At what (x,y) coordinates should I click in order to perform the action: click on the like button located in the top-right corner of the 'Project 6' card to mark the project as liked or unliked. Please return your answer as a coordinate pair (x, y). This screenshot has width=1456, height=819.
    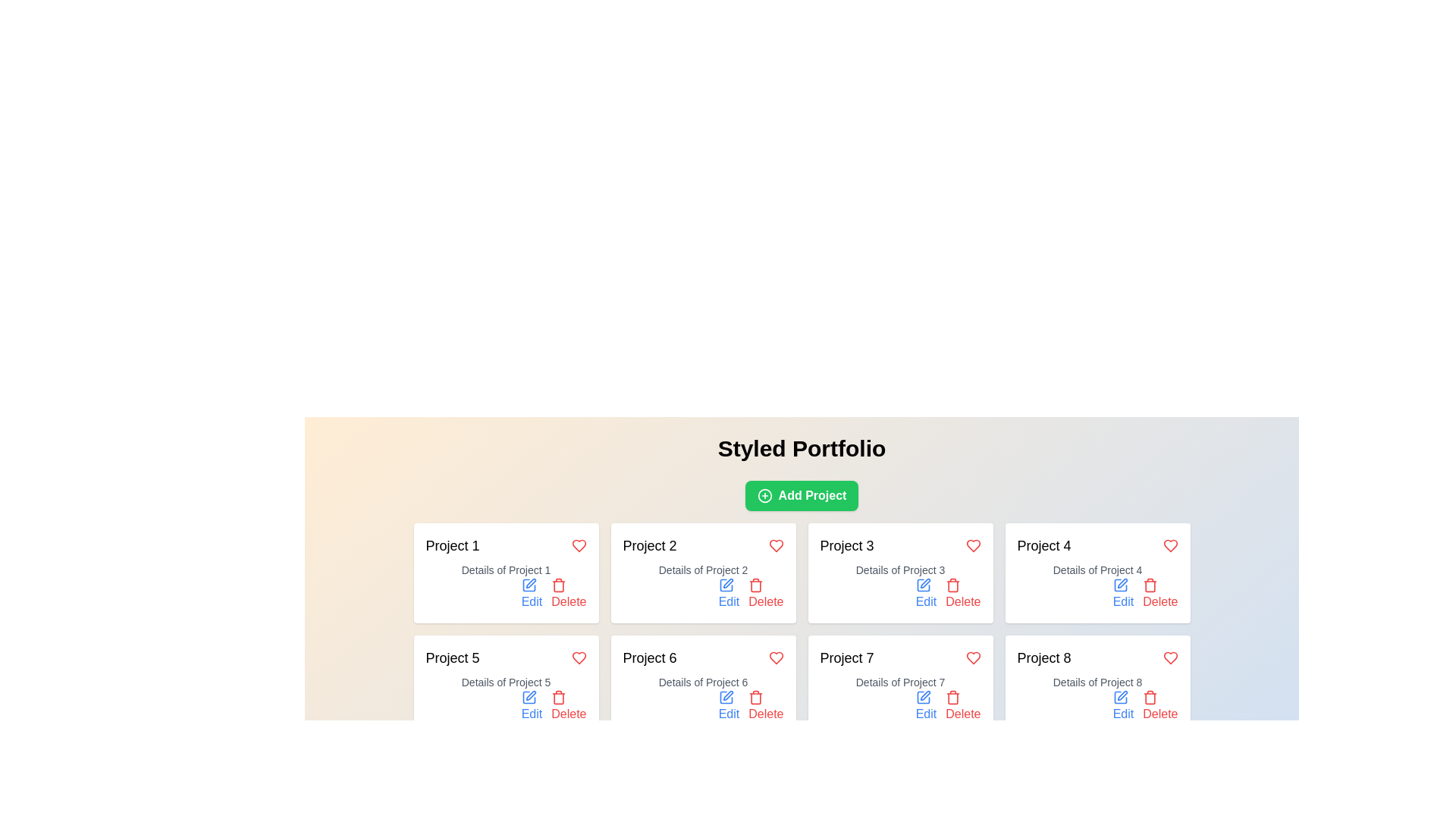
    Looking at the image, I should click on (776, 657).